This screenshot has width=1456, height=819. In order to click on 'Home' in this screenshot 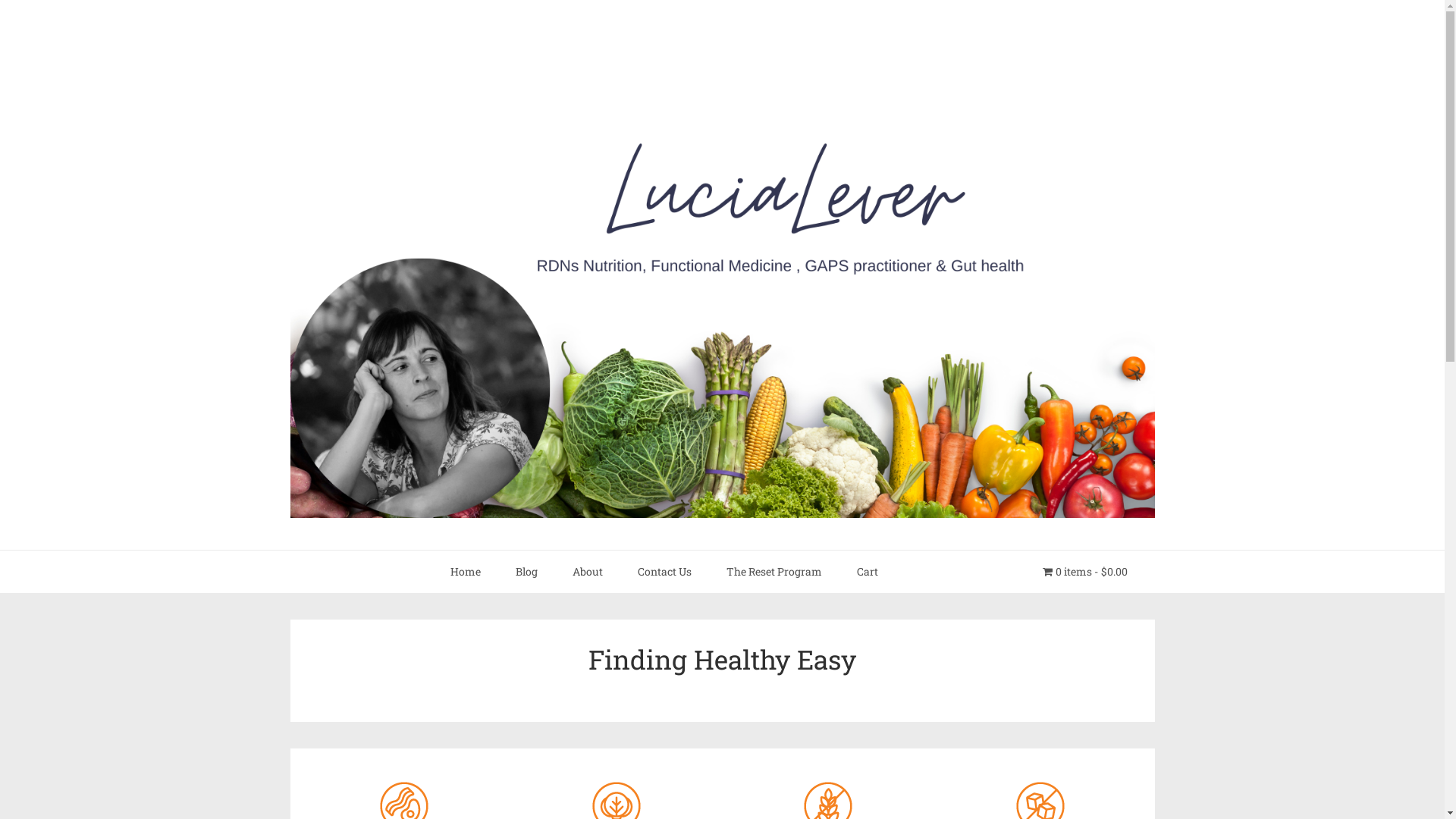, I will do `click(433, 571)`.